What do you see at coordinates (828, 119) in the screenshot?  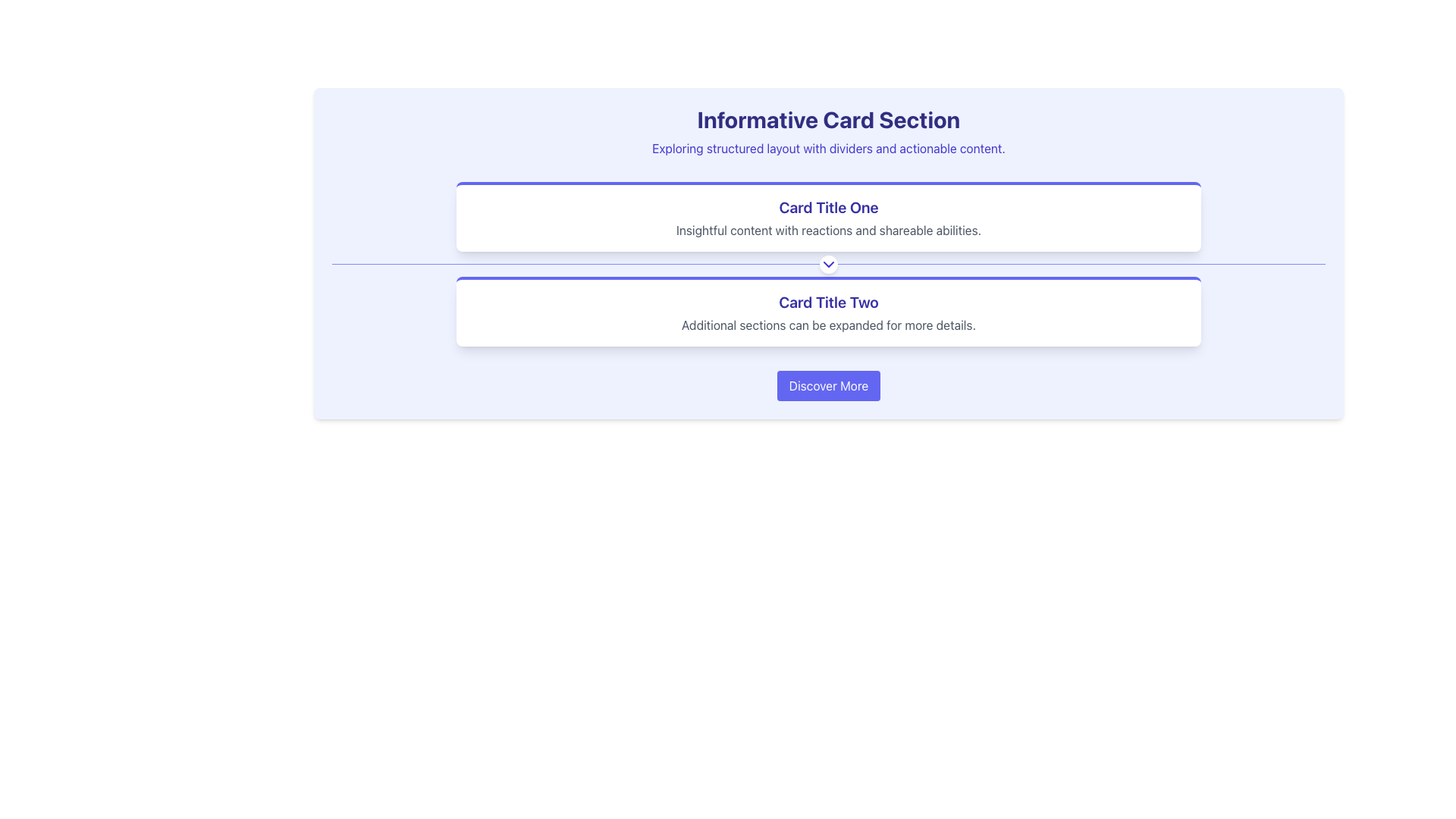 I see `the header text element at the top-center of the interface, which serves as an introductory focus point for the section` at bounding box center [828, 119].